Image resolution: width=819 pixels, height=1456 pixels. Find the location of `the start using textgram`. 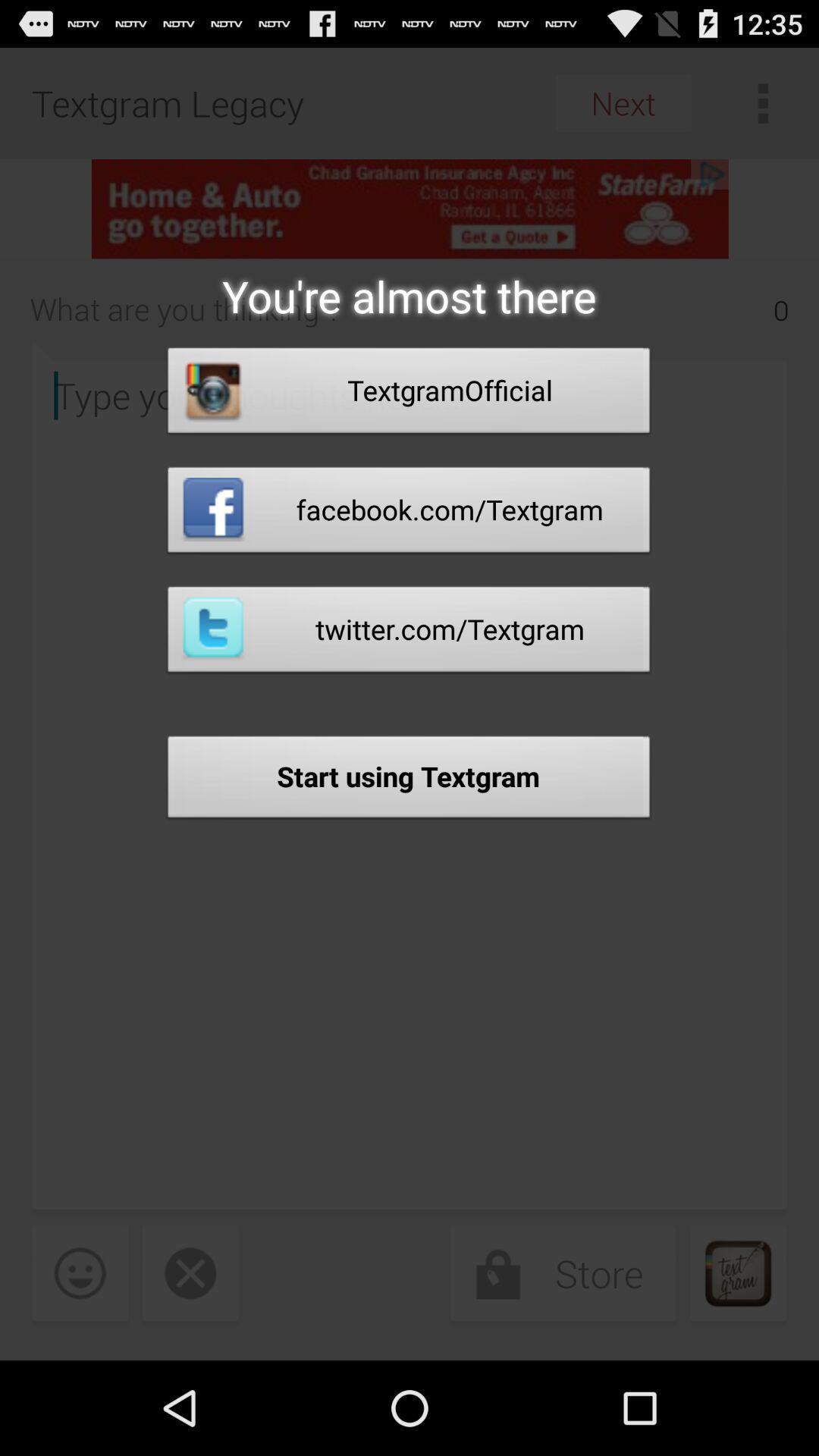

the start using textgram is located at coordinates (408, 781).